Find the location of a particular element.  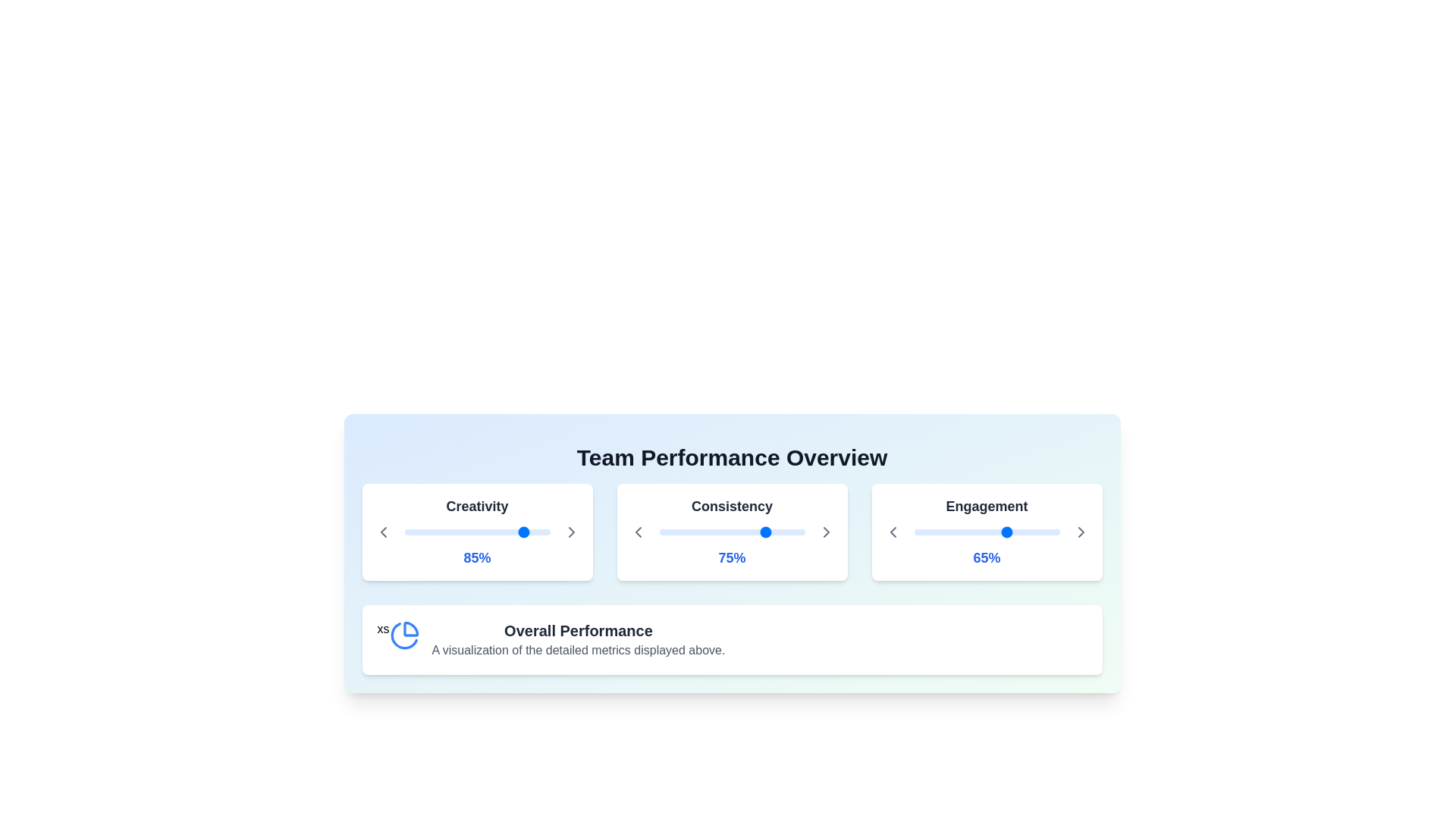

the slider value is located at coordinates (435, 532).